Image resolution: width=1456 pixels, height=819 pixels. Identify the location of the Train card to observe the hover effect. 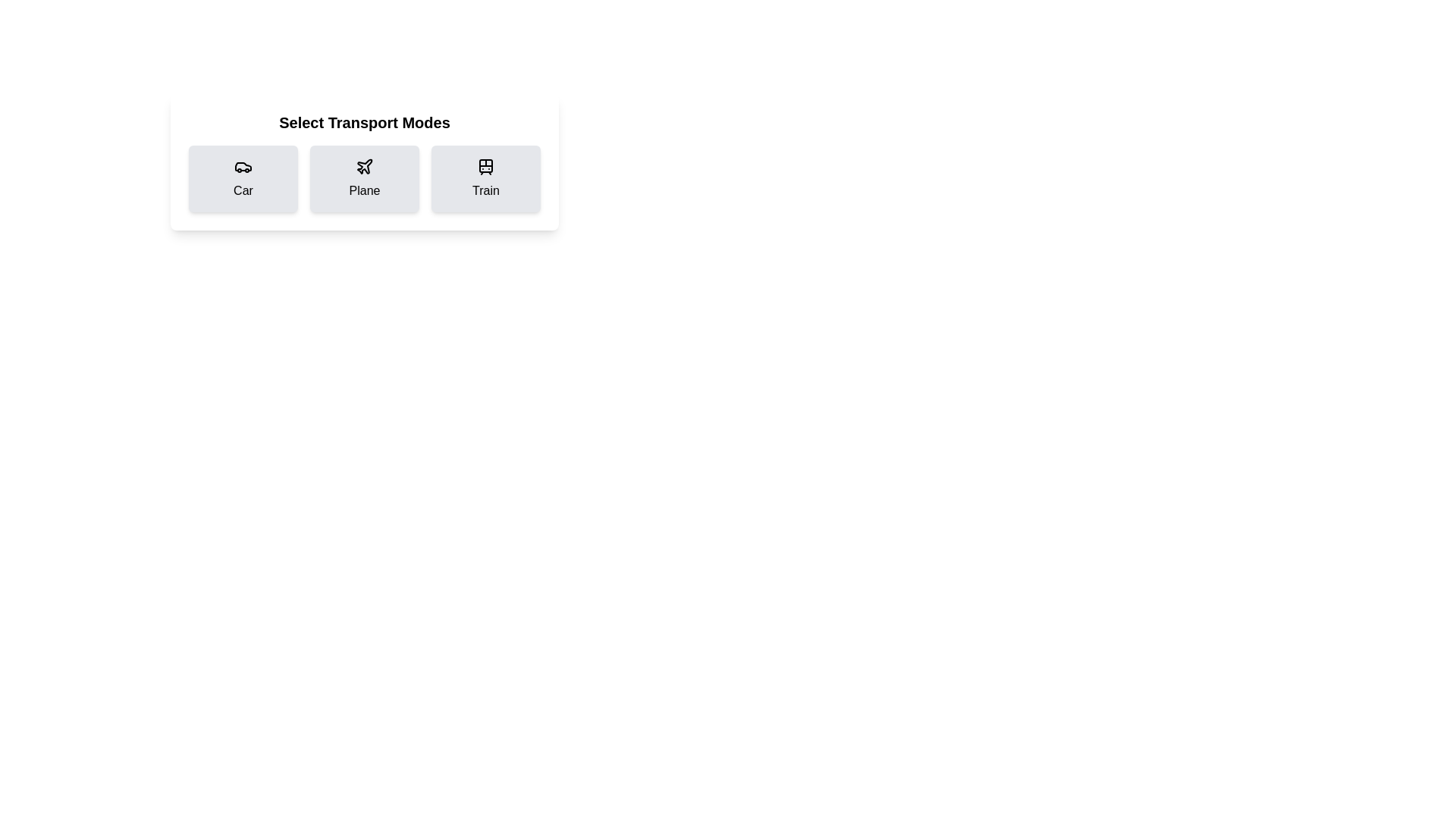
(486, 177).